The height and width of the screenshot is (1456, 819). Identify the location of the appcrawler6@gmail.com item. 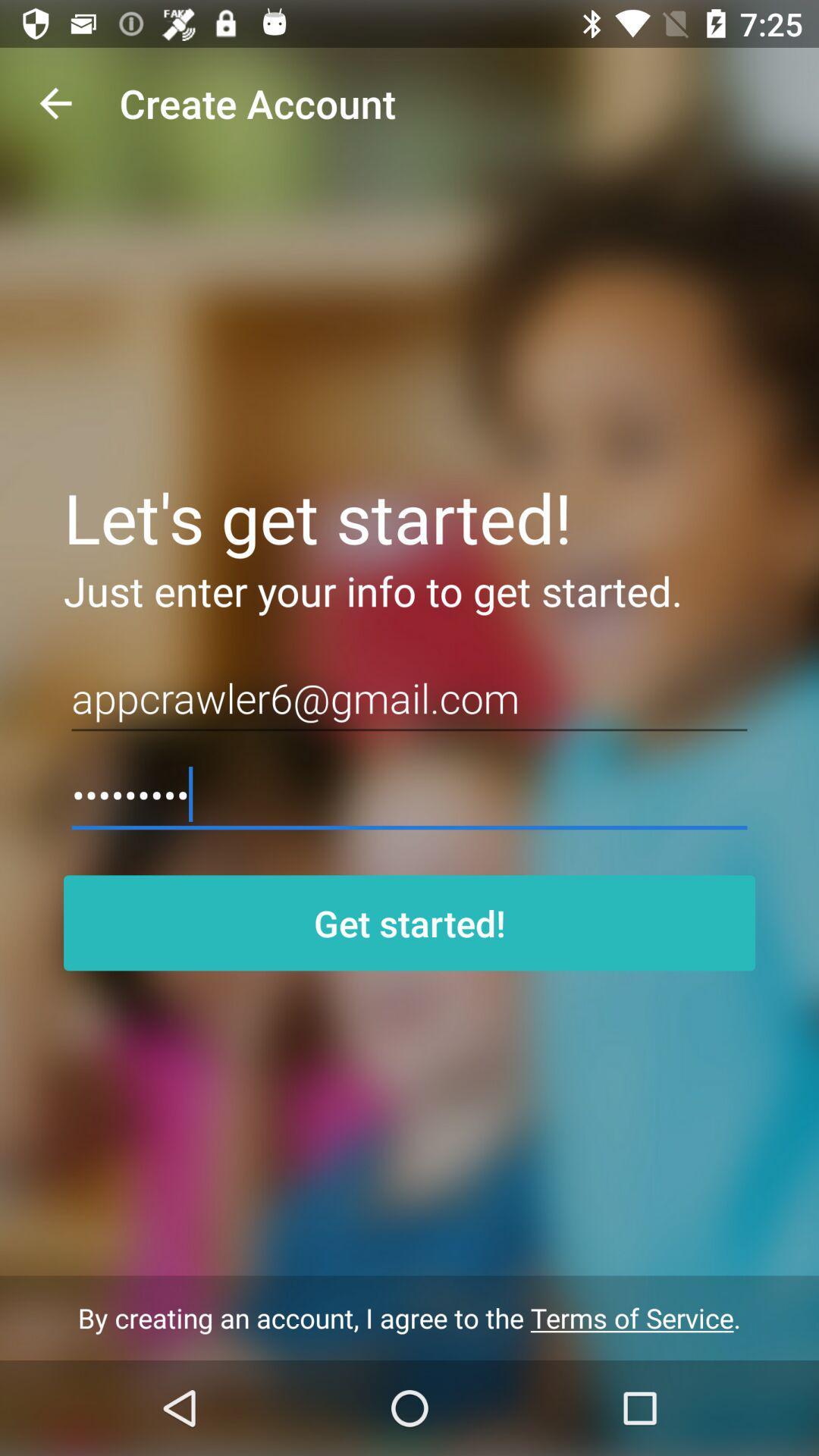
(409, 698).